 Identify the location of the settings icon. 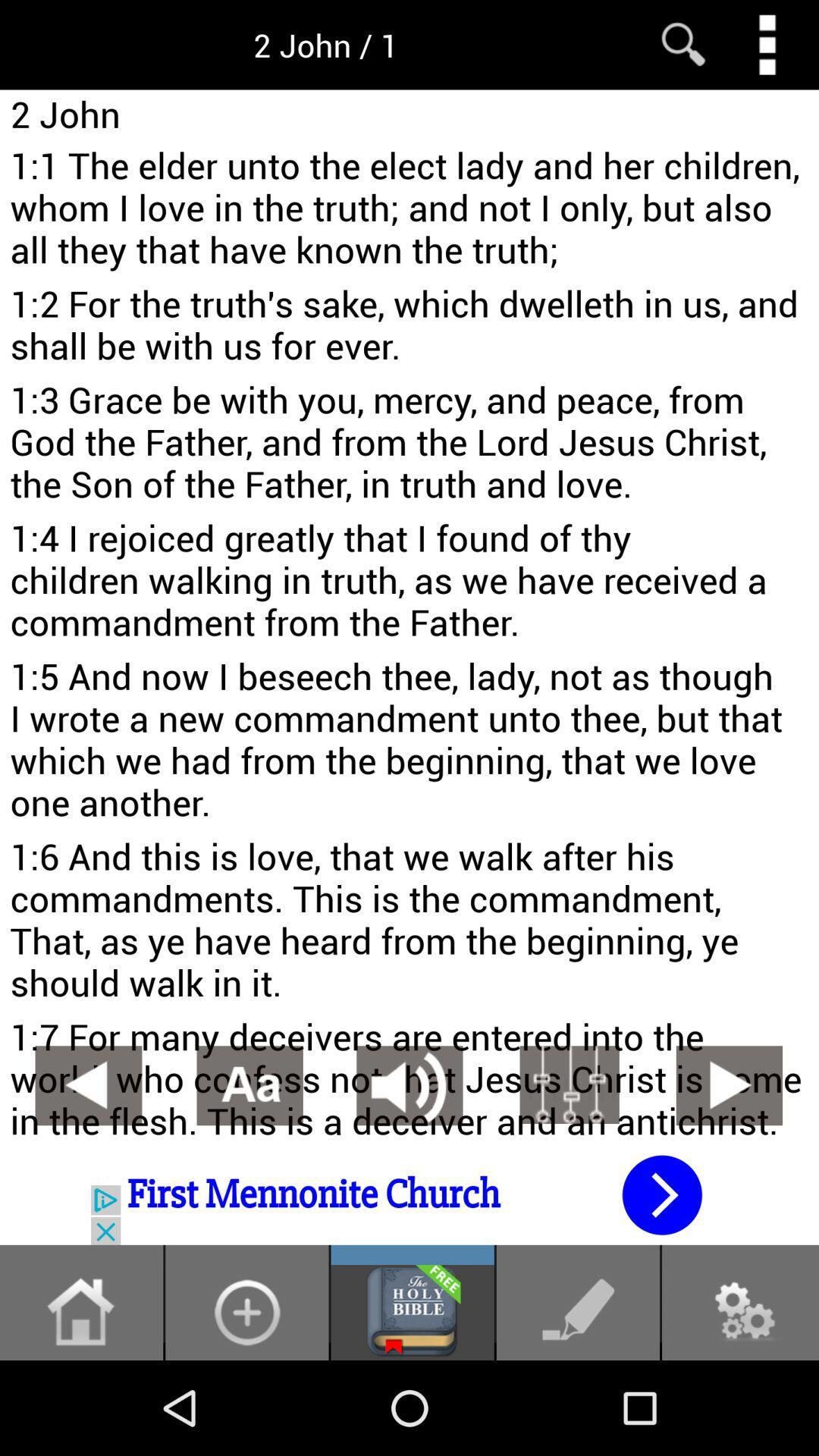
(739, 1404).